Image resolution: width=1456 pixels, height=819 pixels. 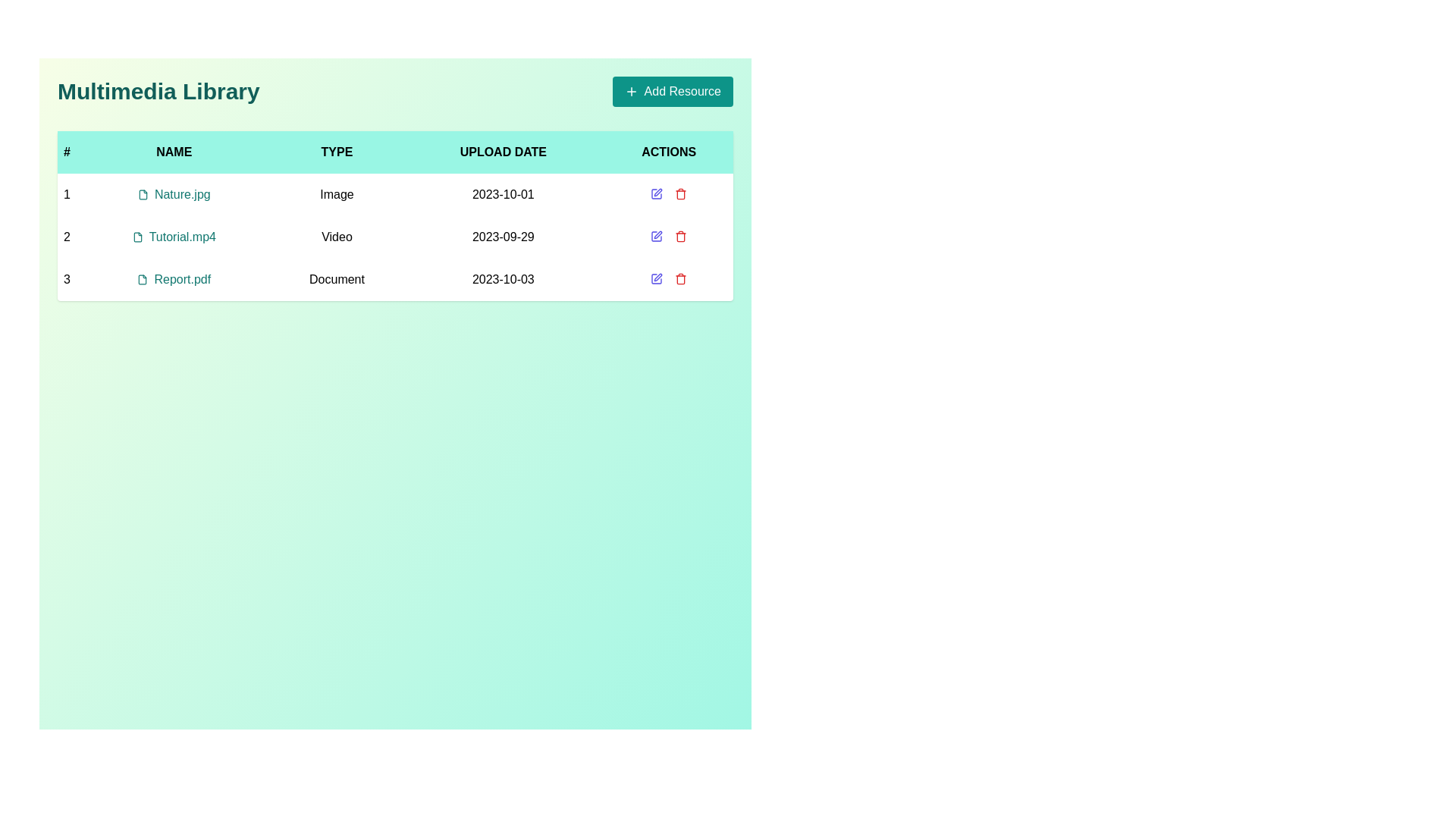 I want to click on the delete icon button located, so click(x=679, y=193).